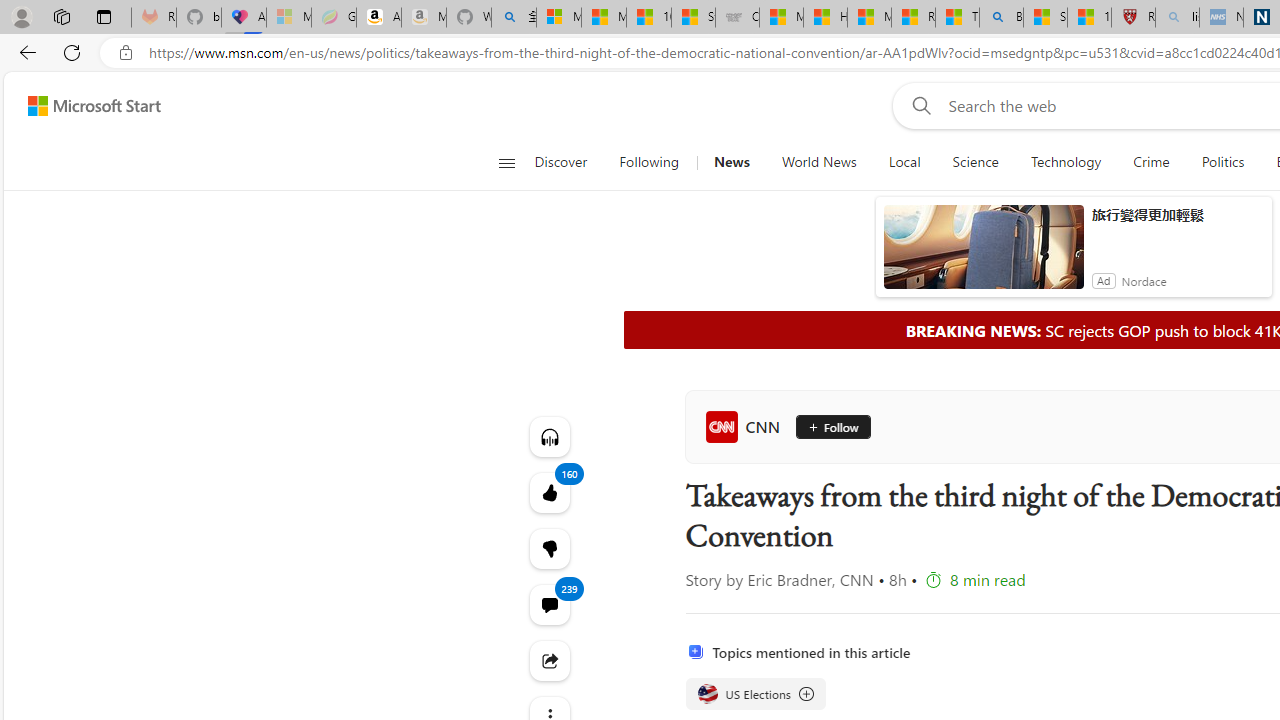 Image resolution: width=1280 pixels, height=720 pixels. Describe the element at coordinates (1151, 162) in the screenshot. I see `'Crime'` at that location.